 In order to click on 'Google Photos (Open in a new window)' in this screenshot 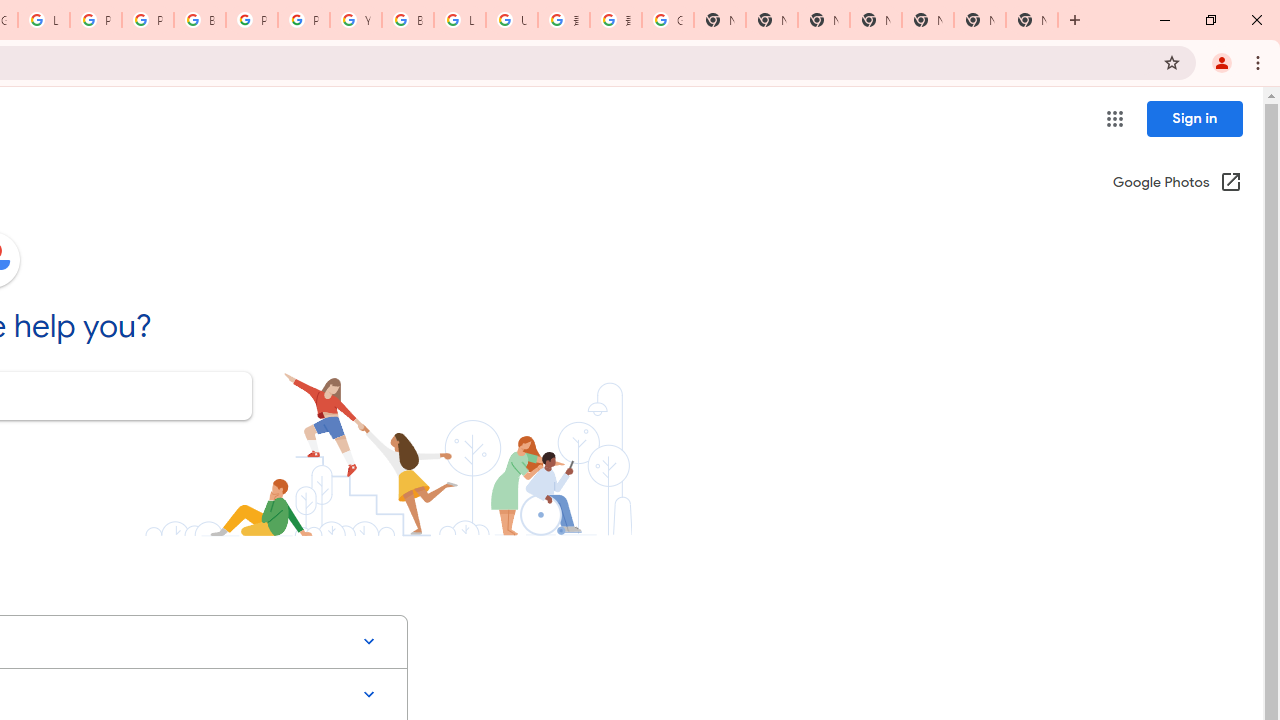, I will do `click(1177, 183)`.